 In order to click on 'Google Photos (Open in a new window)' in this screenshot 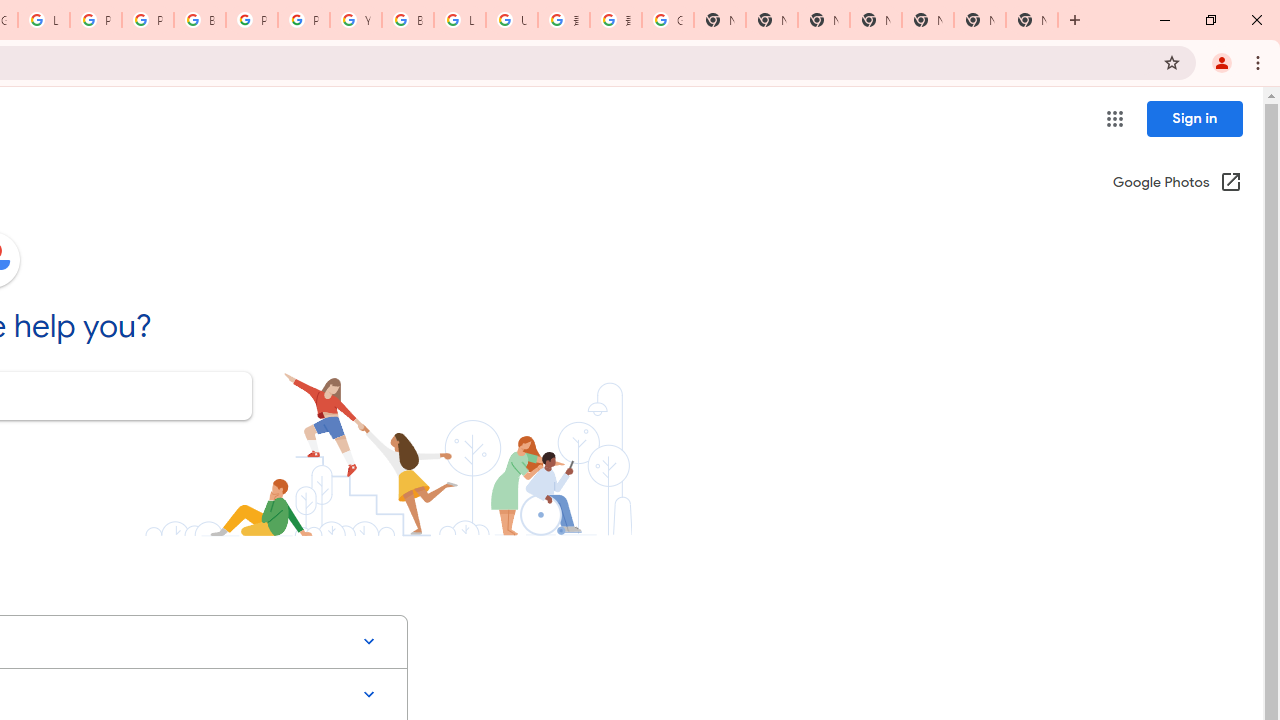, I will do `click(1177, 183)`.